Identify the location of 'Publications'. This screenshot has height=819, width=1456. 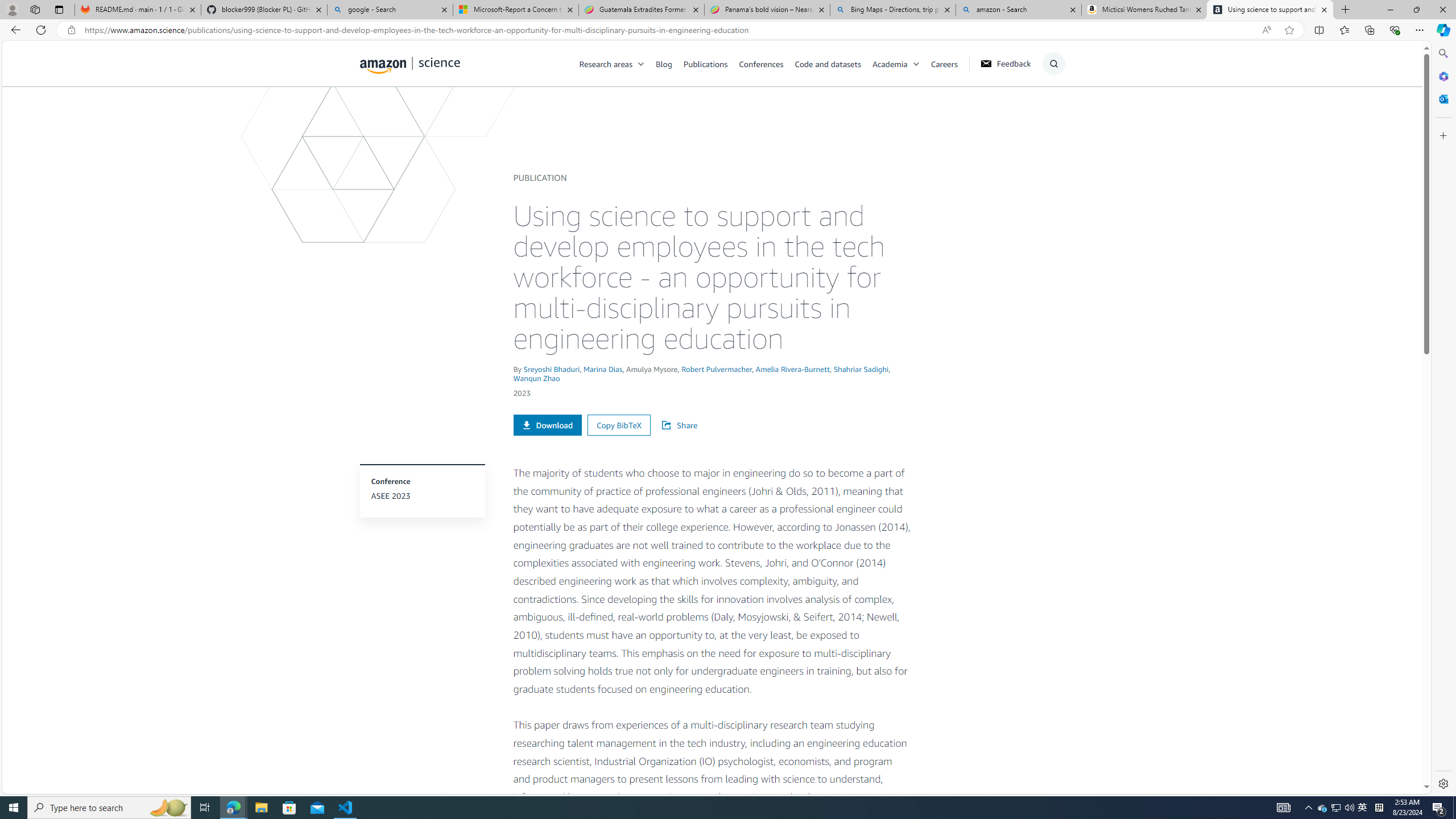
(711, 63).